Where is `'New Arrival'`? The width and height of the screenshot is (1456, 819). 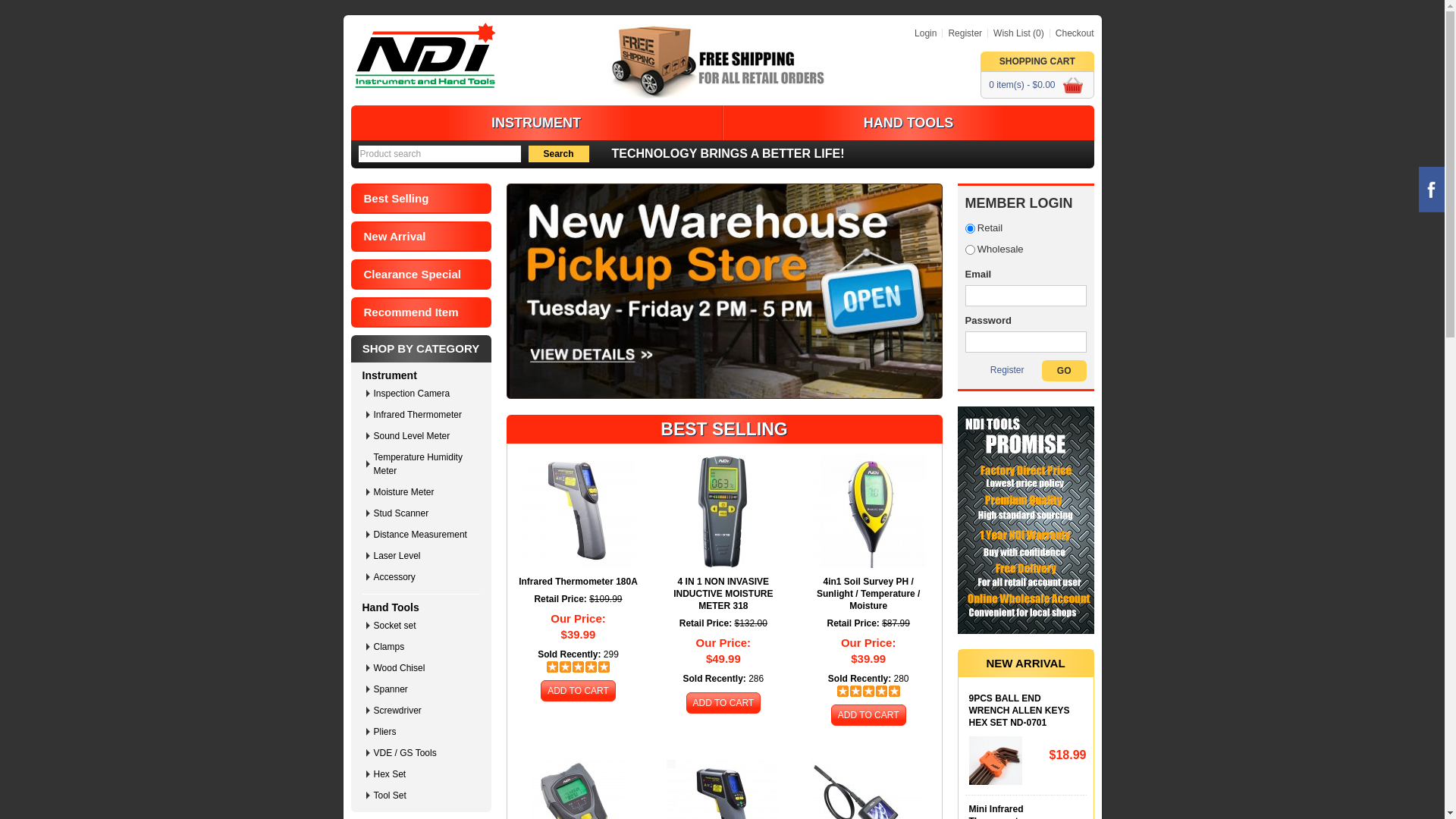 'New Arrival' is located at coordinates (420, 237).